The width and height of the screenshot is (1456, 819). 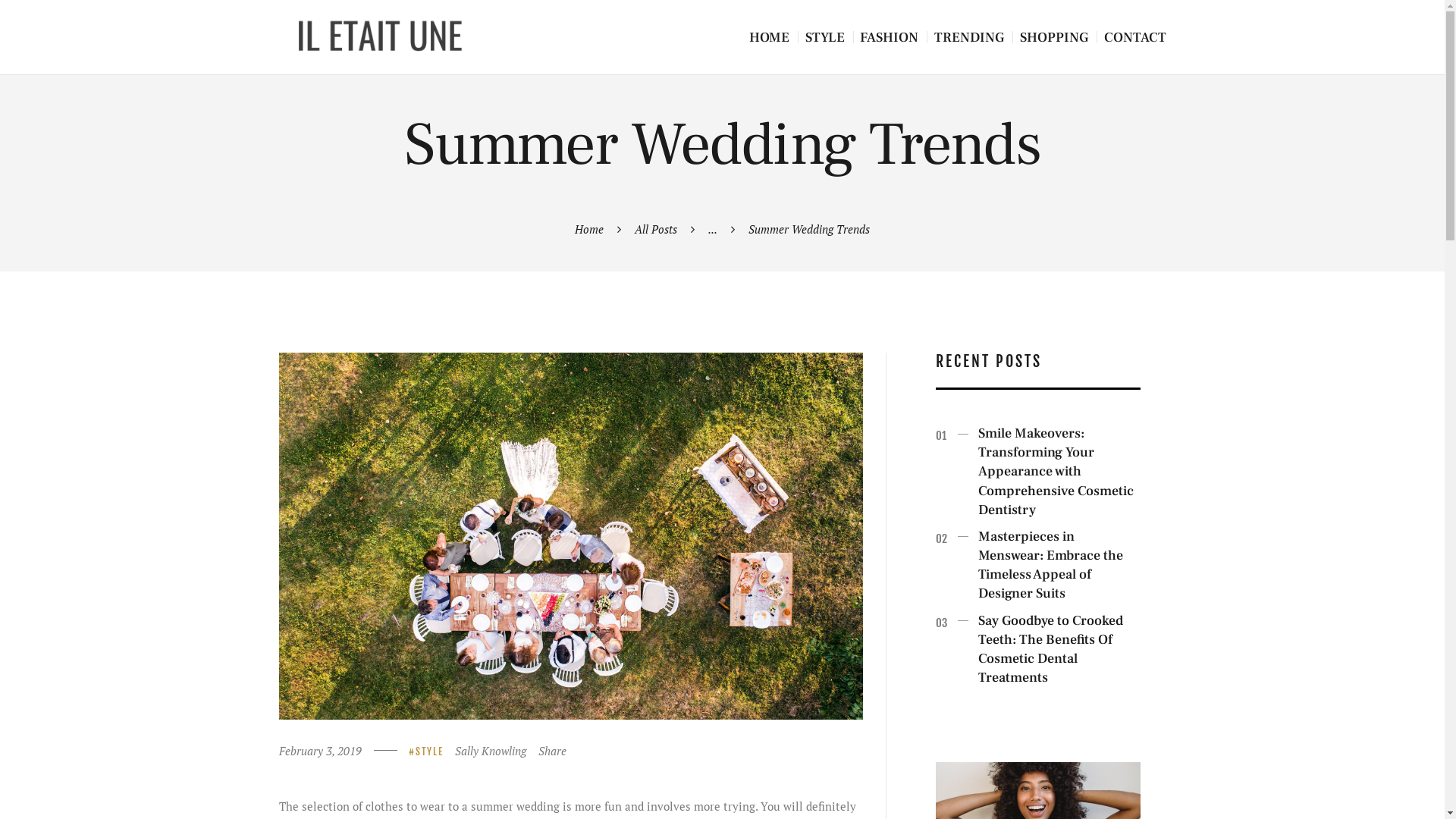 What do you see at coordinates (425, 752) in the screenshot?
I see `'STYLE'` at bounding box center [425, 752].